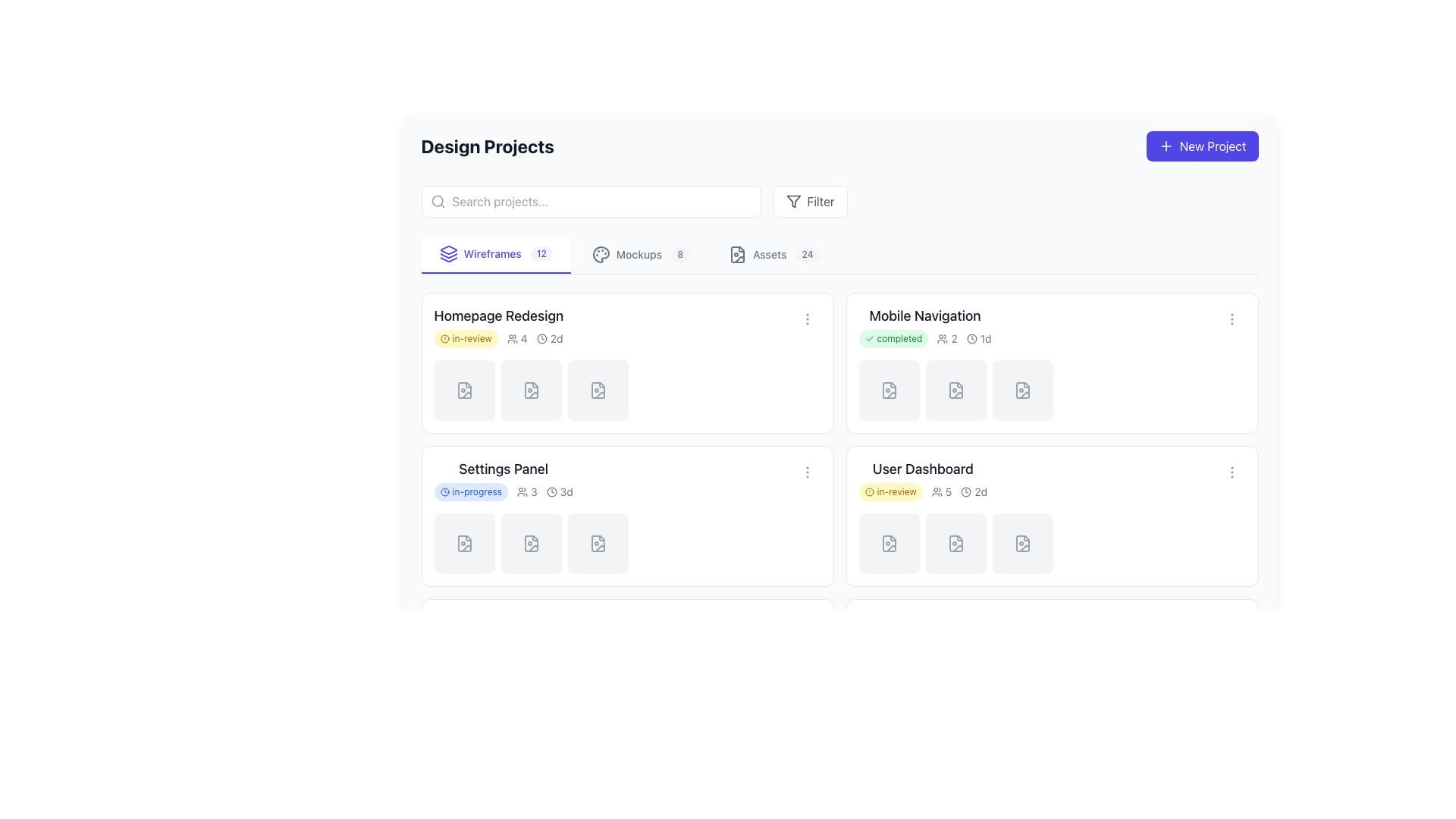 The height and width of the screenshot is (819, 1456). I want to click on the fourth image placeholder or file preview icon in the 'Homepage Redesign' project section, which is part of the 'Design Projects' group, so click(597, 390).